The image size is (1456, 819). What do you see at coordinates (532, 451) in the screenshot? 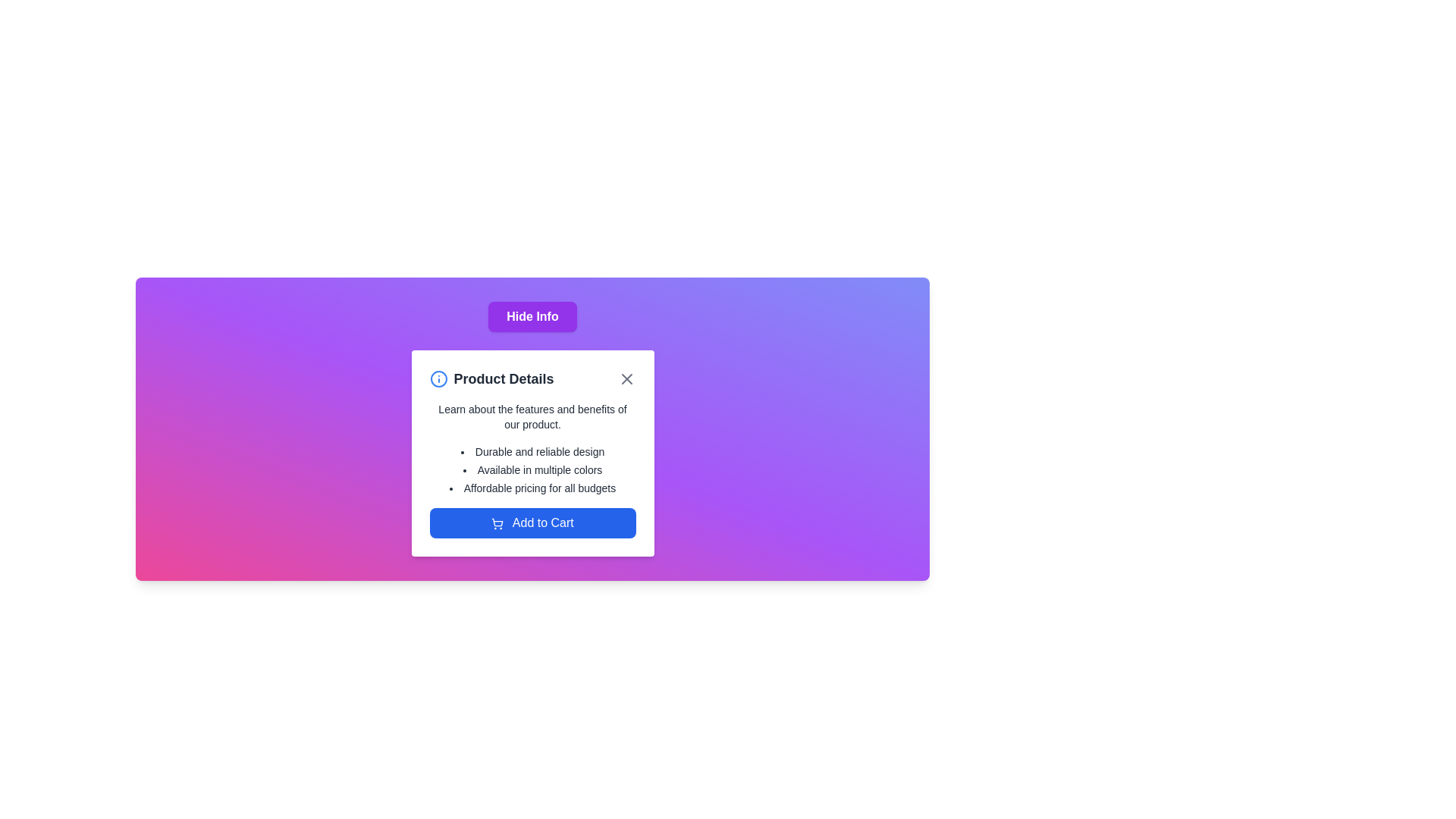
I see `the first bulleted list item reading 'Durable and reliable design' under the 'Product Details' section` at bounding box center [532, 451].